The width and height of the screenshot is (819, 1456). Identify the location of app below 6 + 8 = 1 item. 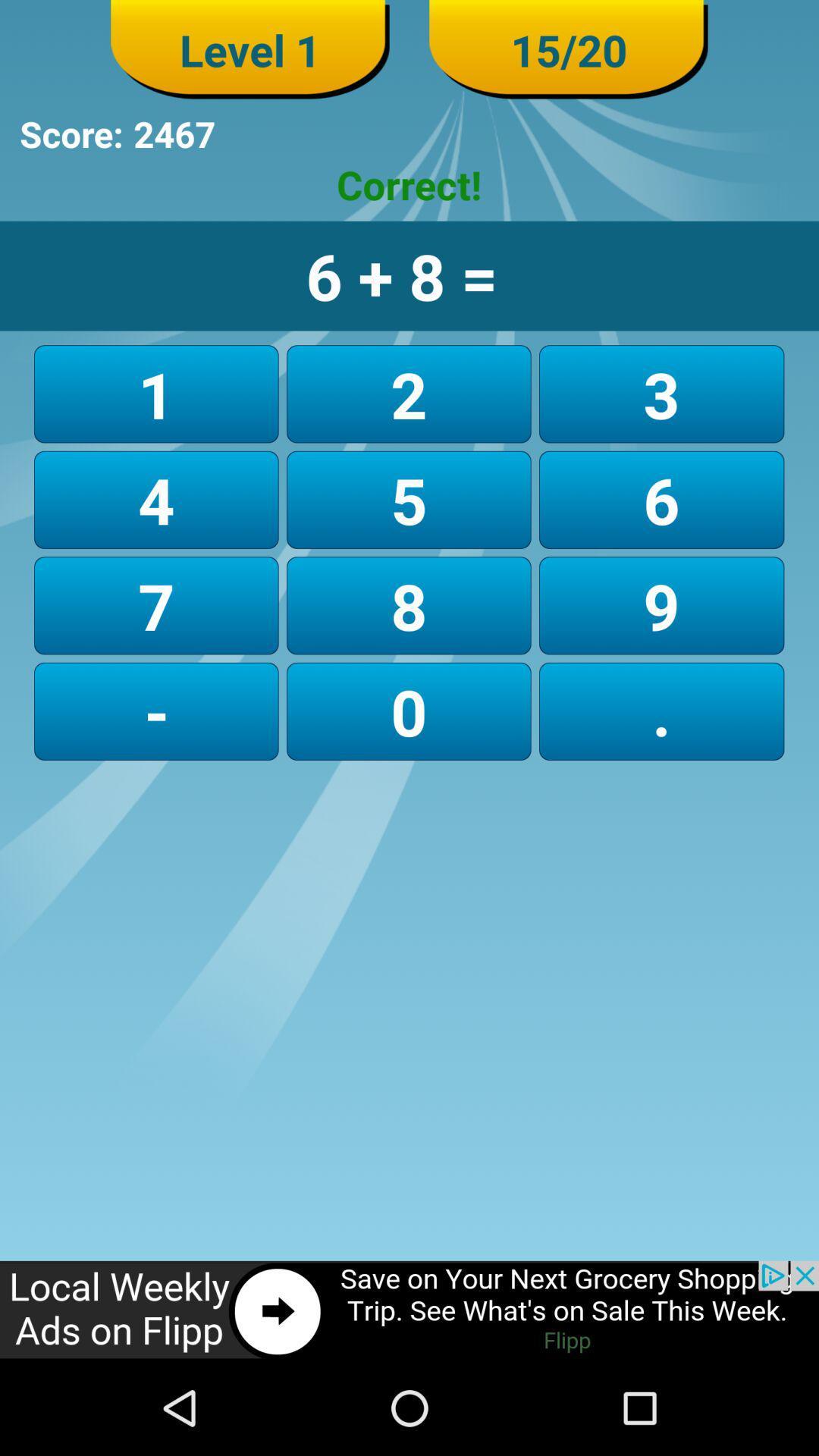
(661, 394).